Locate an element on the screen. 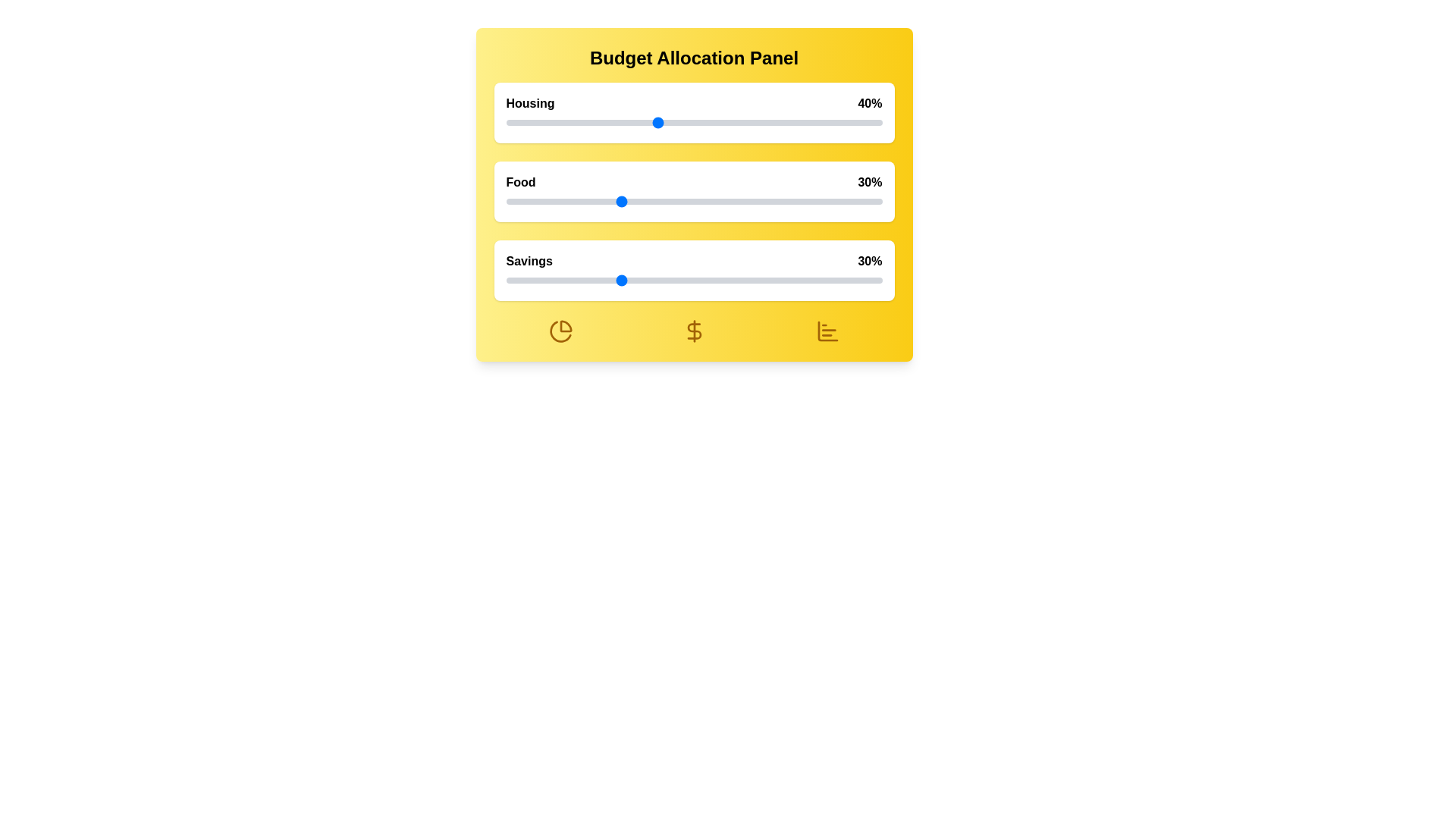 Image resolution: width=1456 pixels, height=819 pixels. the text label that displays the category 'Housing' and the percentage '40%', which is positioned at the top of the interface above the corresponding slider is located at coordinates (693, 103).